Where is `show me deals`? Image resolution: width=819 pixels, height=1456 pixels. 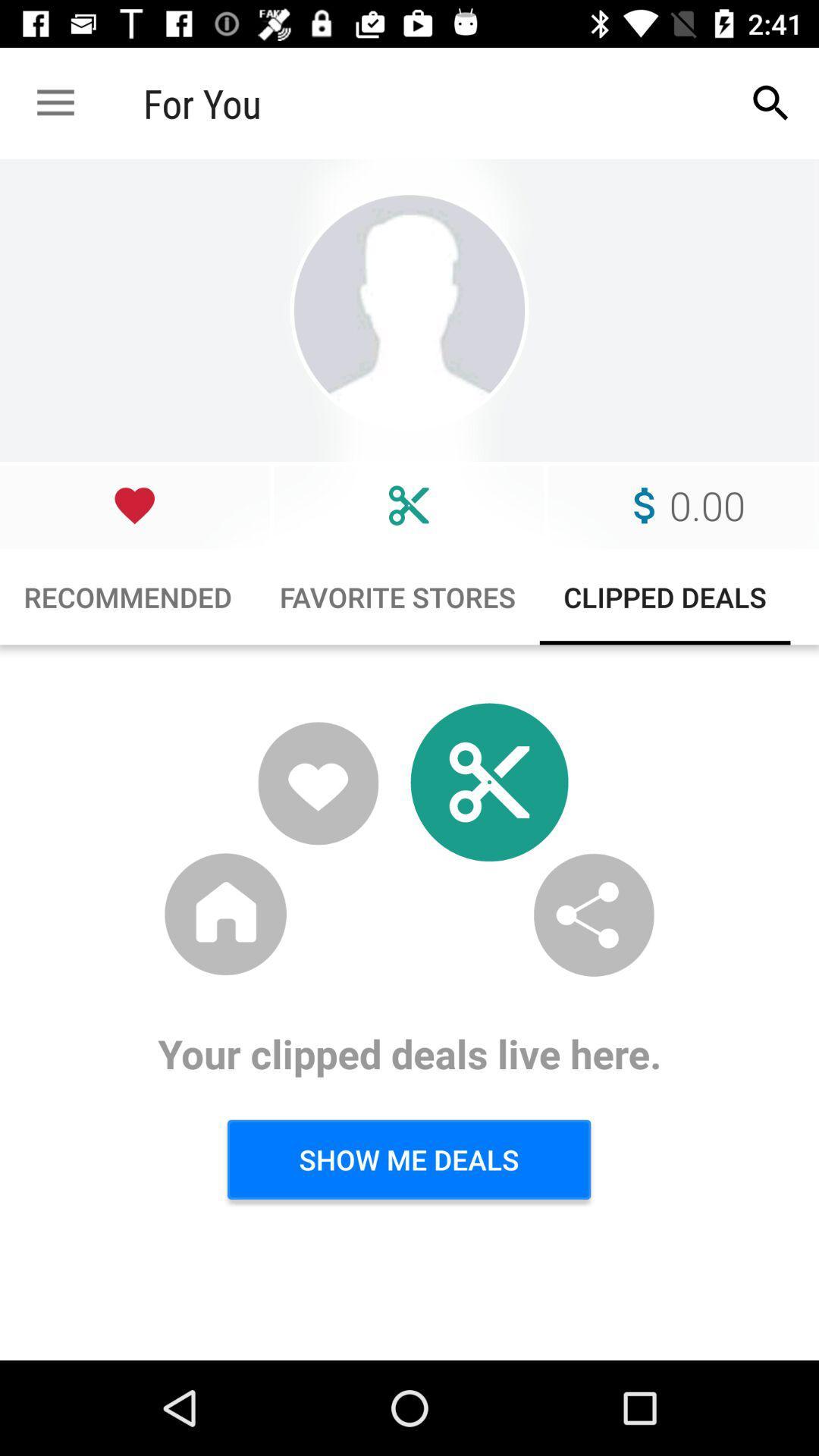 show me deals is located at coordinates (408, 1159).